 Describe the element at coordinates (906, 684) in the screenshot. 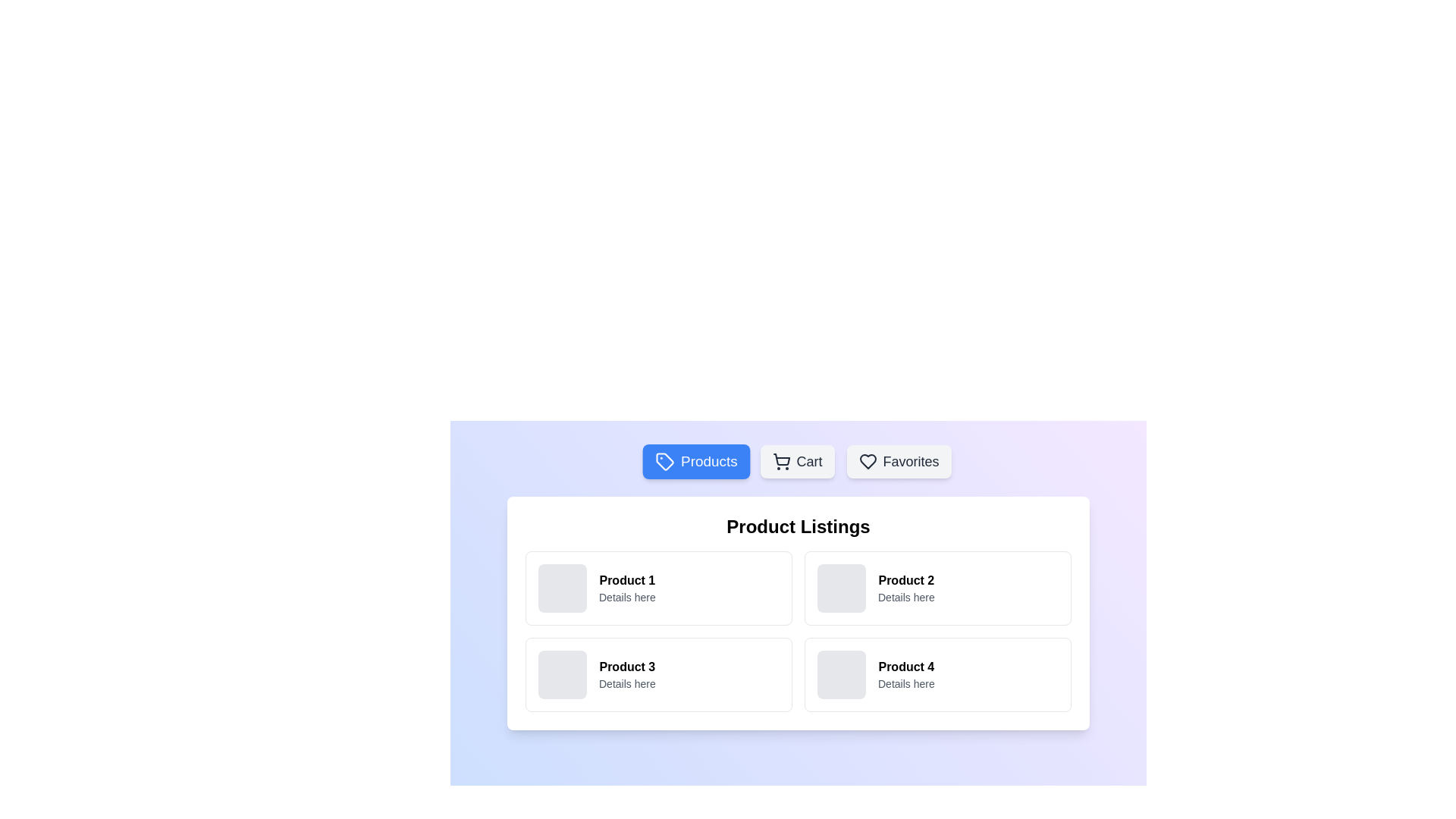

I see `the informational text label indicating additional details for 'Product 4', located in the bottom-right corner of its card` at that location.